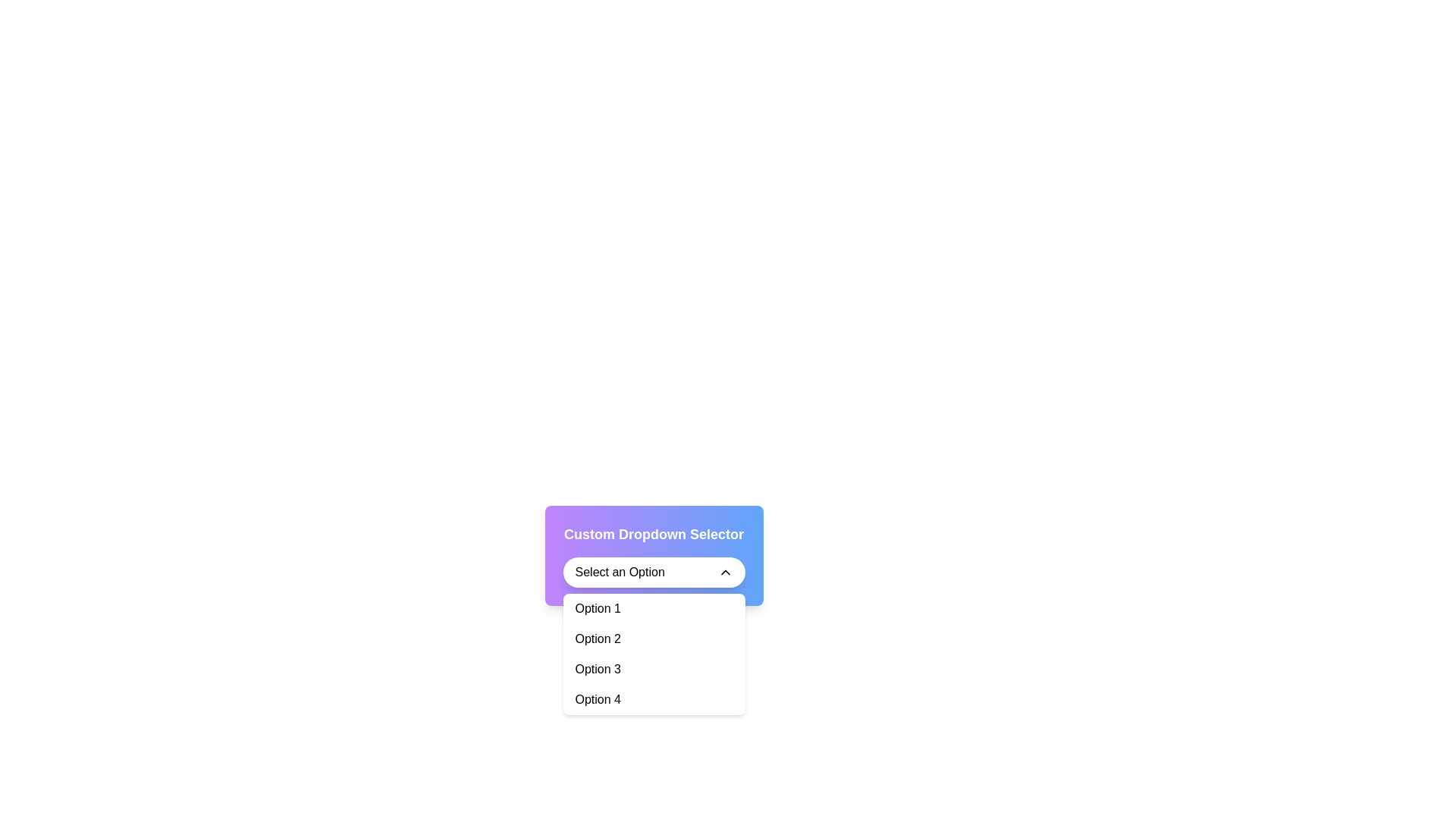  What do you see at coordinates (654, 654) in the screenshot?
I see `the third selectable option in the dropdown menu located below the 'Select an Option' button` at bounding box center [654, 654].